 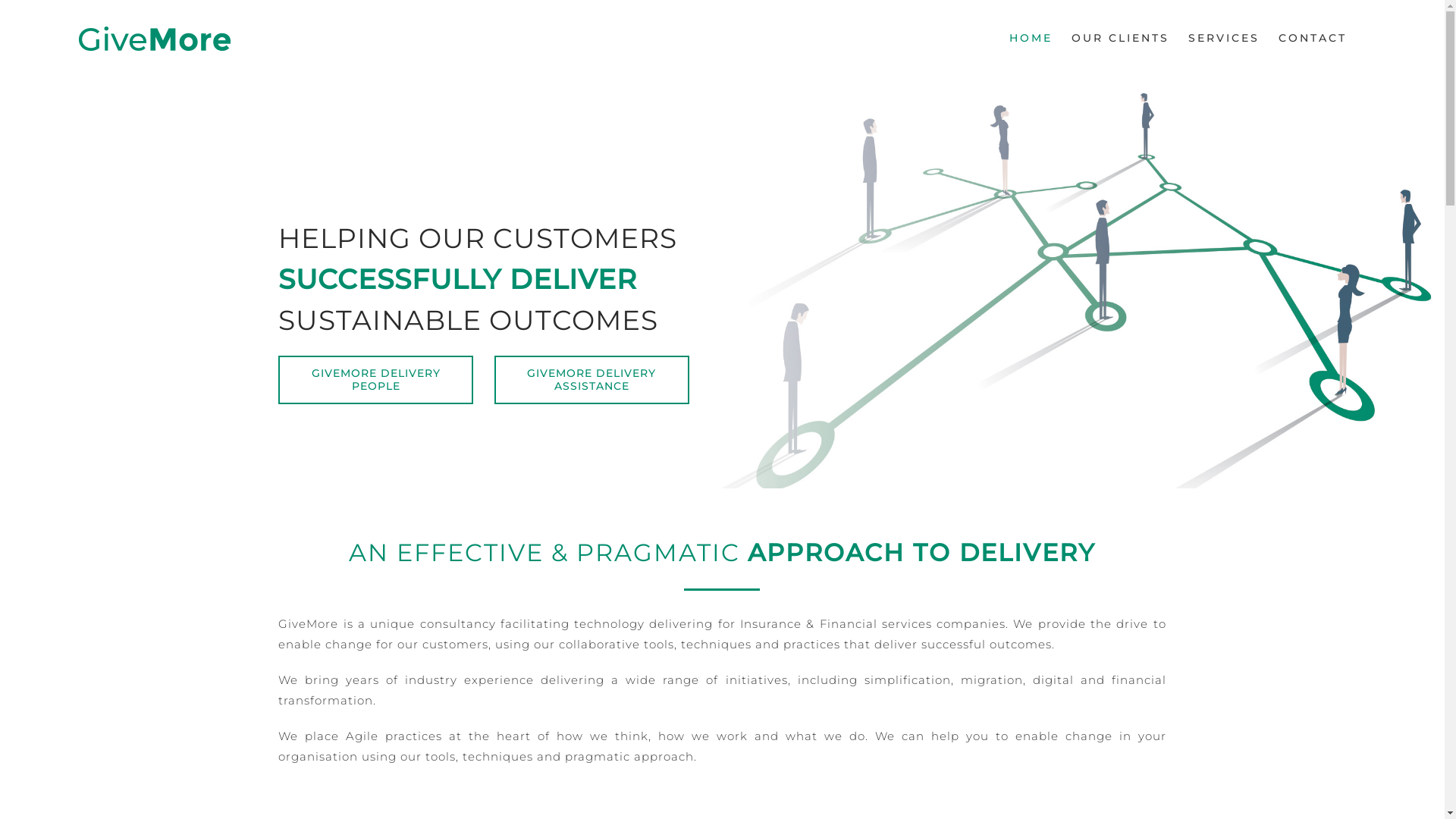 I want to click on 'CONTACT', so click(x=1312, y=36).